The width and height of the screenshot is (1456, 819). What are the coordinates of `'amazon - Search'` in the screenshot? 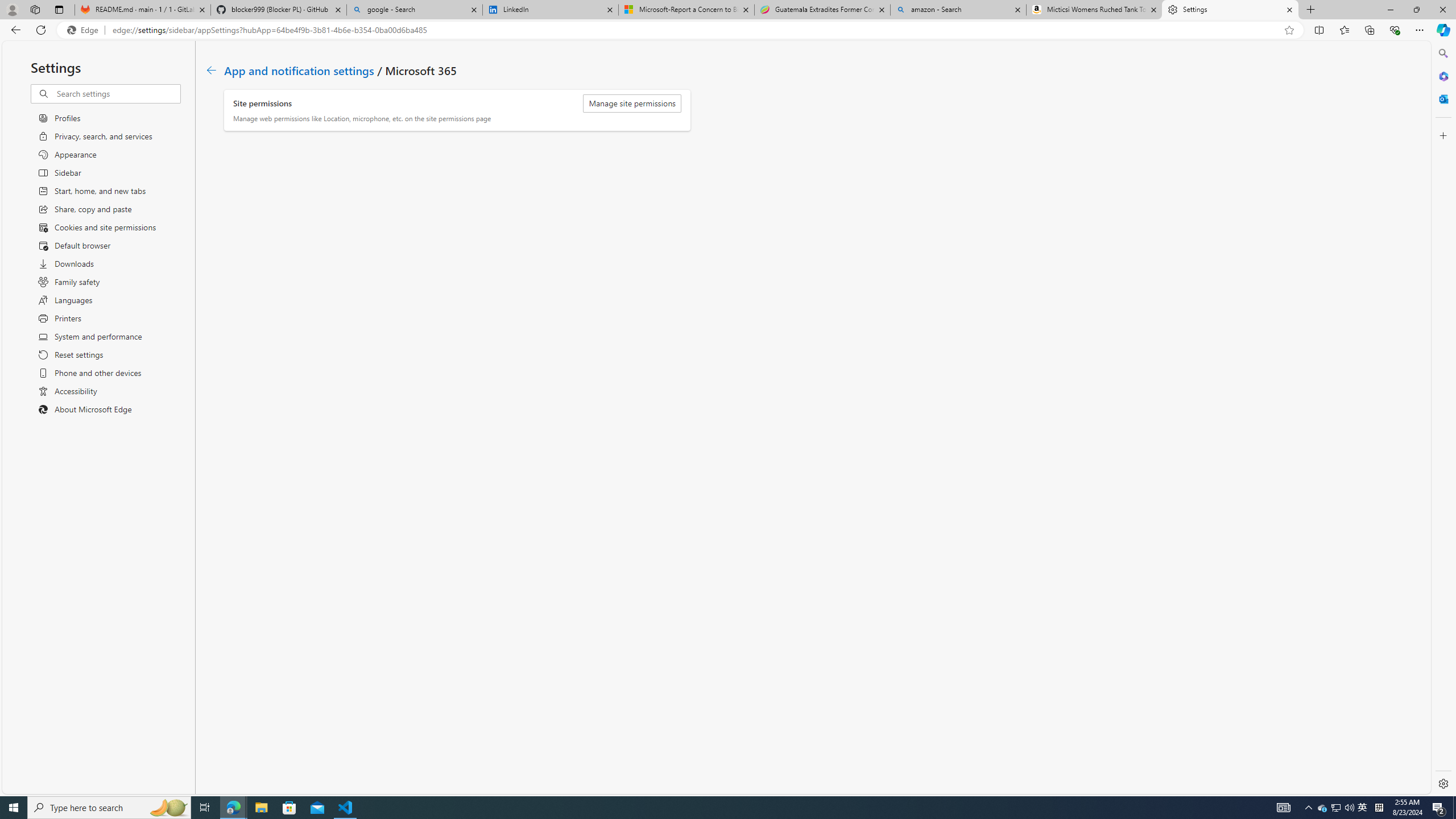 It's located at (957, 9).